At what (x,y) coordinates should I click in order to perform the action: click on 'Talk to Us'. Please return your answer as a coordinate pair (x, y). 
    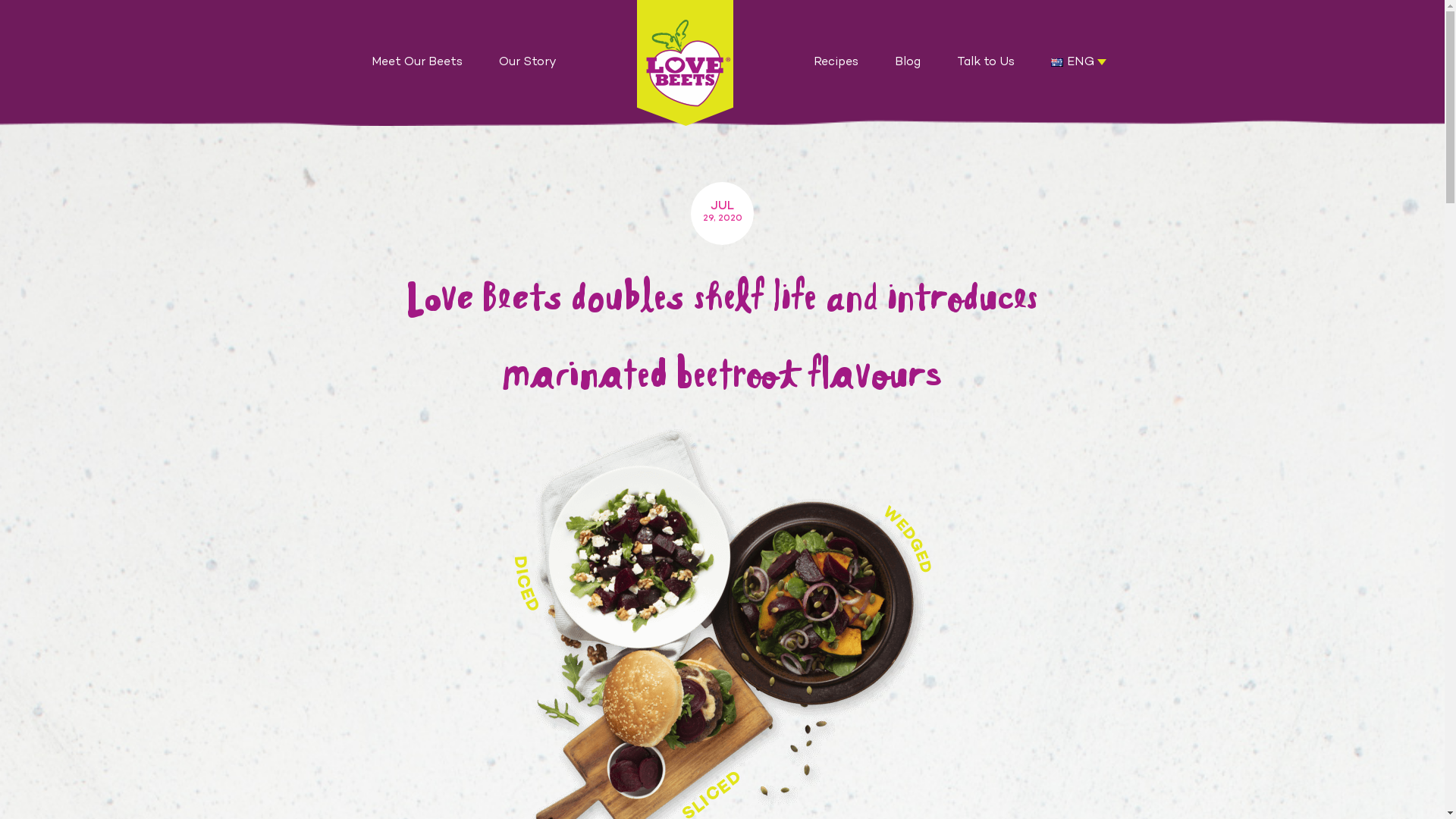
    Looking at the image, I should click on (939, 62).